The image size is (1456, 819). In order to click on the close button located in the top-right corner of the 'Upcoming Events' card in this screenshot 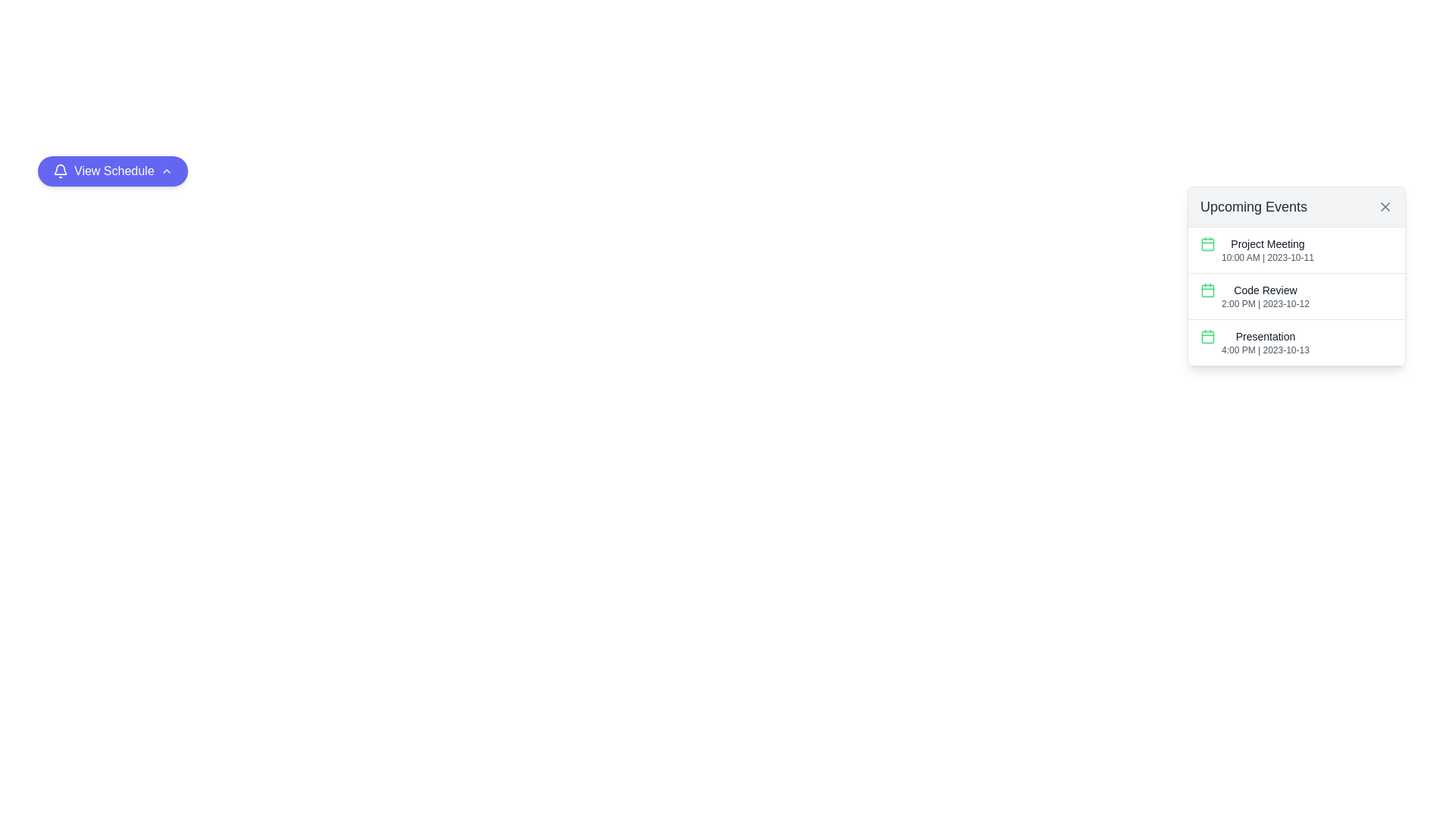, I will do `click(1385, 207)`.